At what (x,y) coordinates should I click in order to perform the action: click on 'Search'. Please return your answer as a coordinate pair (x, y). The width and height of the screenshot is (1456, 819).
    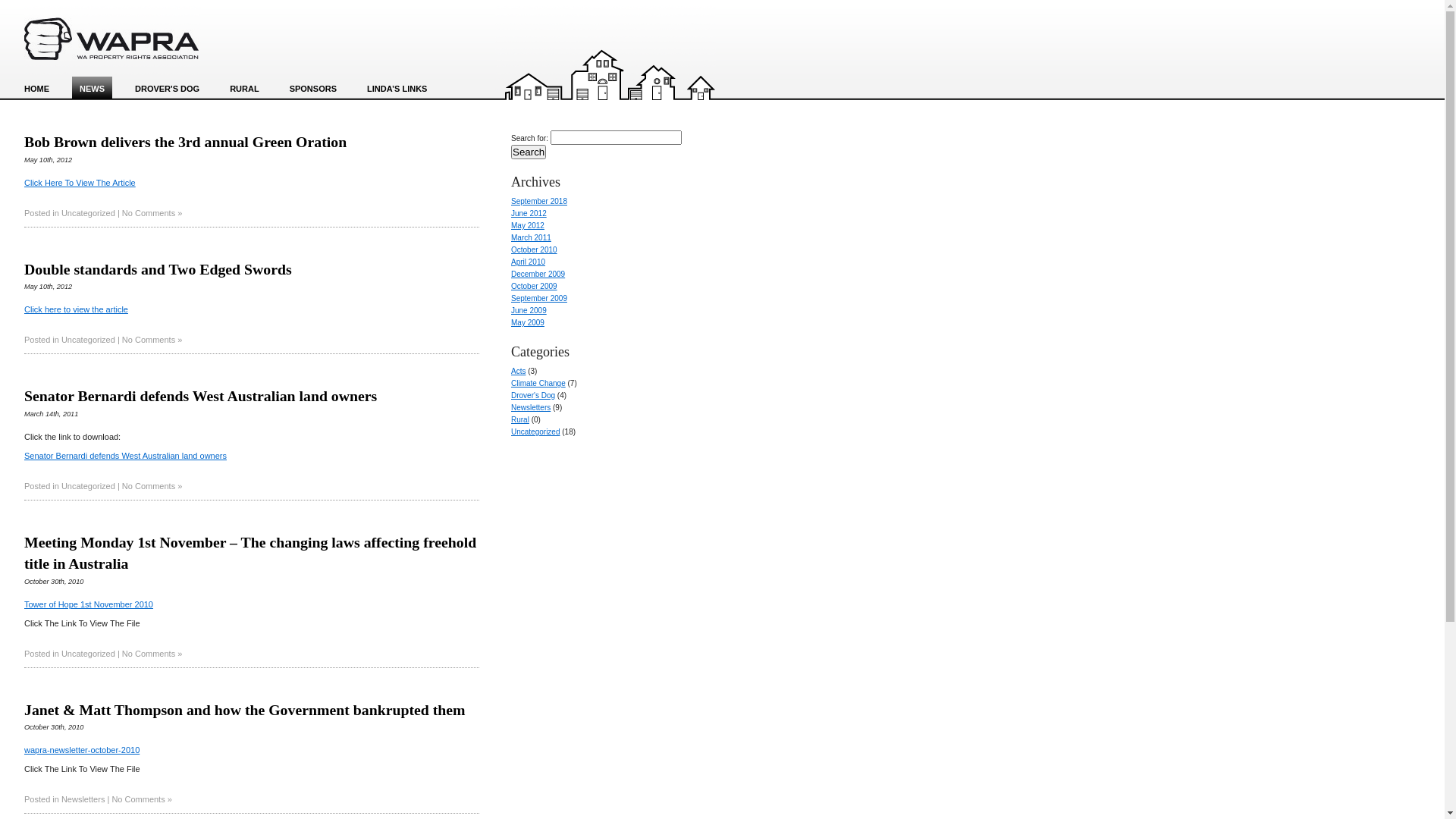
    Looking at the image, I should click on (528, 152).